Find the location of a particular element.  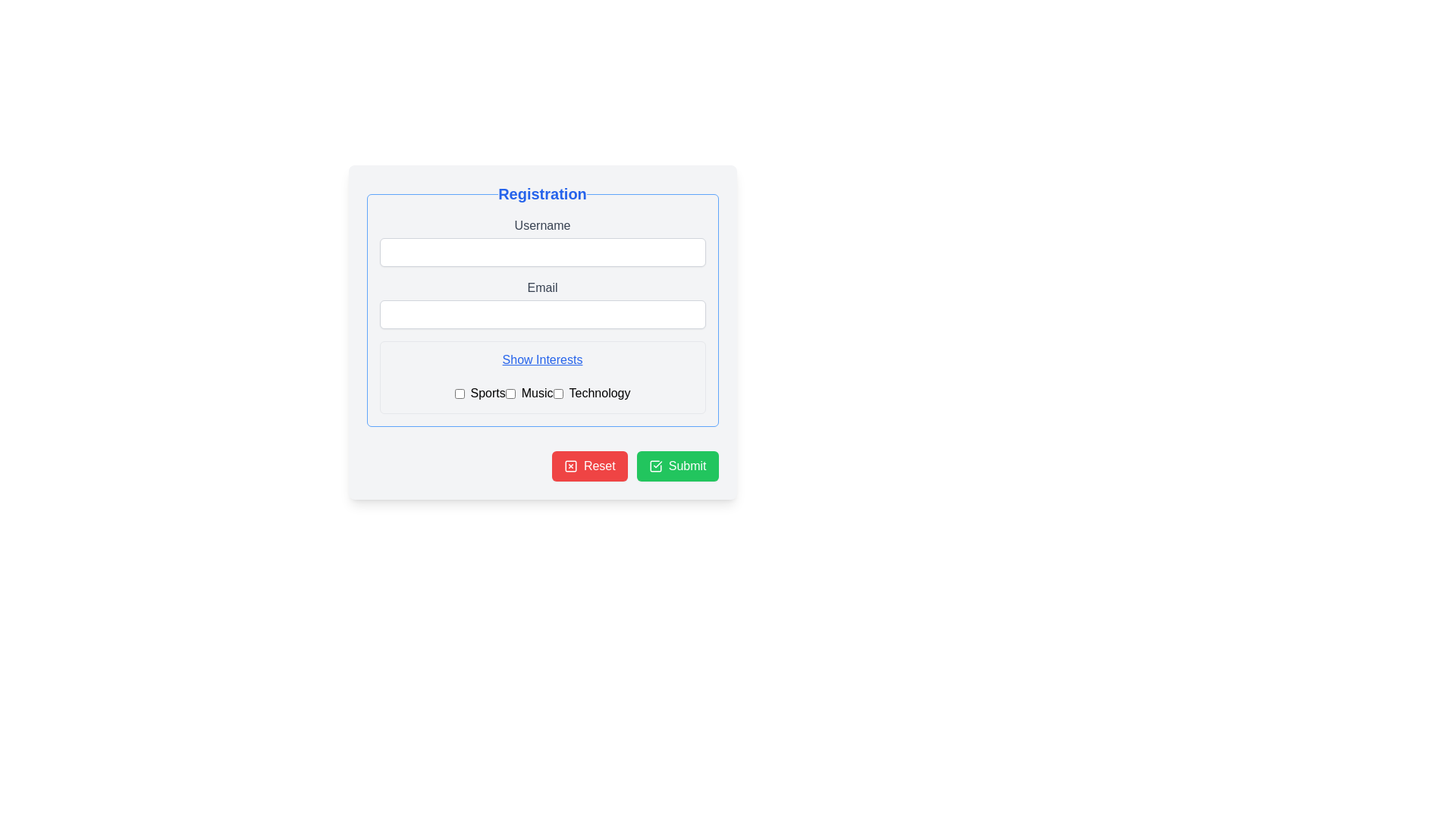

the standard checkbox styled for a form is located at coordinates (458, 393).